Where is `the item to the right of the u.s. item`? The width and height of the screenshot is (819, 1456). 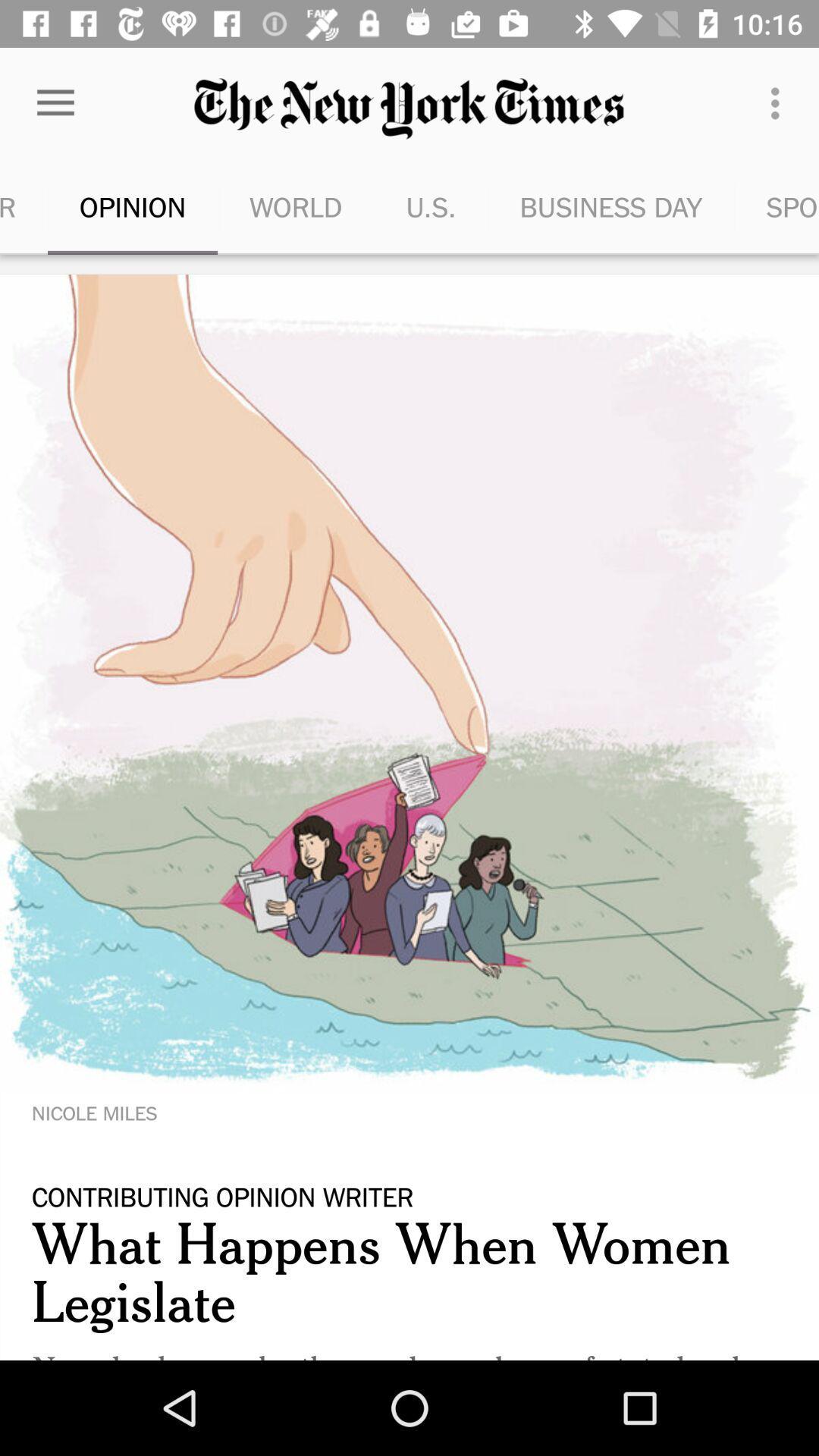 the item to the right of the u.s. item is located at coordinates (610, 206).